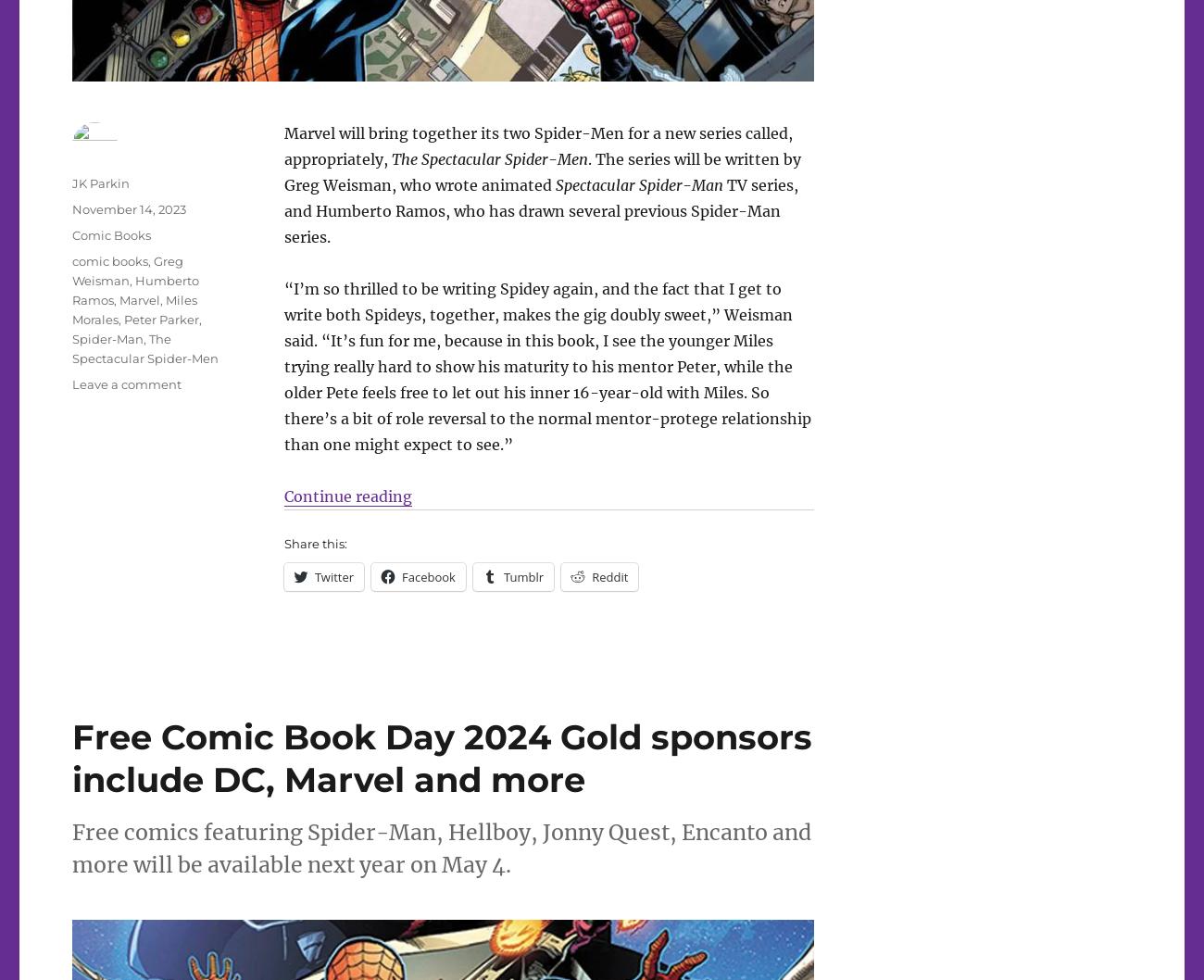 The width and height of the screenshot is (1204, 980). Describe the element at coordinates (72, 235) in the screenshot. I see `'Comic Books'` at that location.